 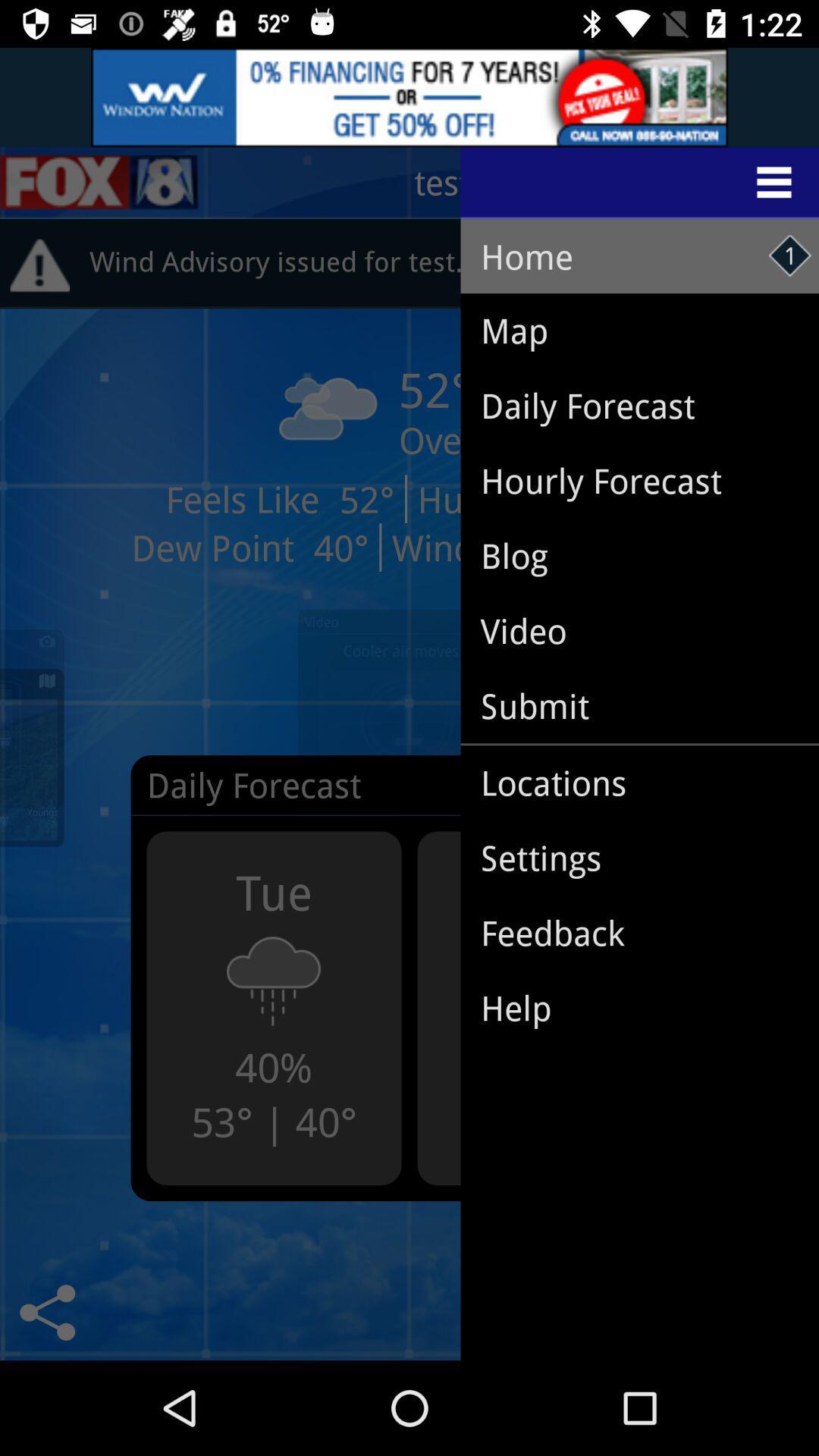 What do you see at coordinates (510, 546) in the screenshot?
I see `blog` at bounding box center [510, 546].